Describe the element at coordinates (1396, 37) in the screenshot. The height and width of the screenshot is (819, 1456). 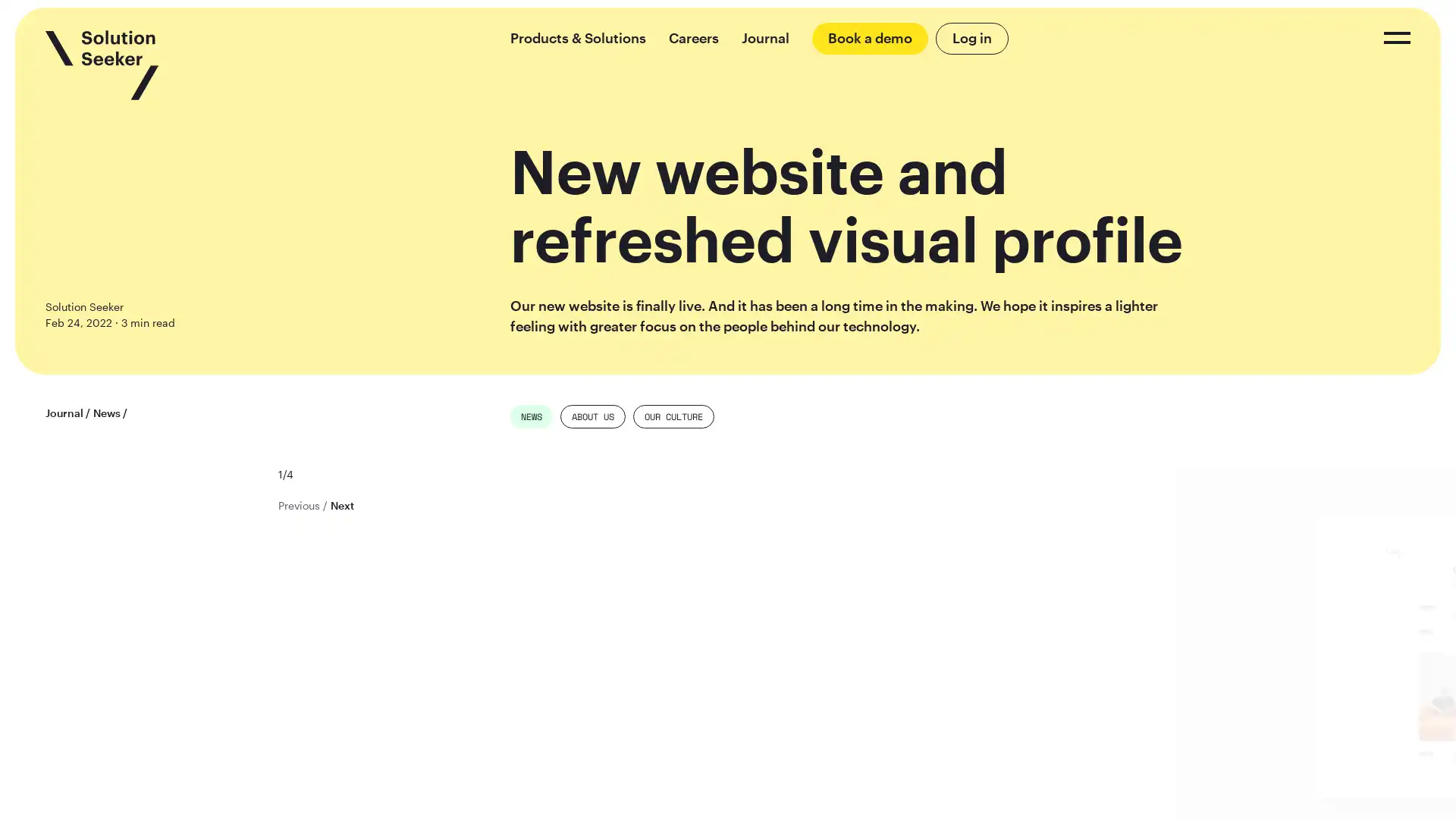
I see `Click to toggle the menu` at that location.